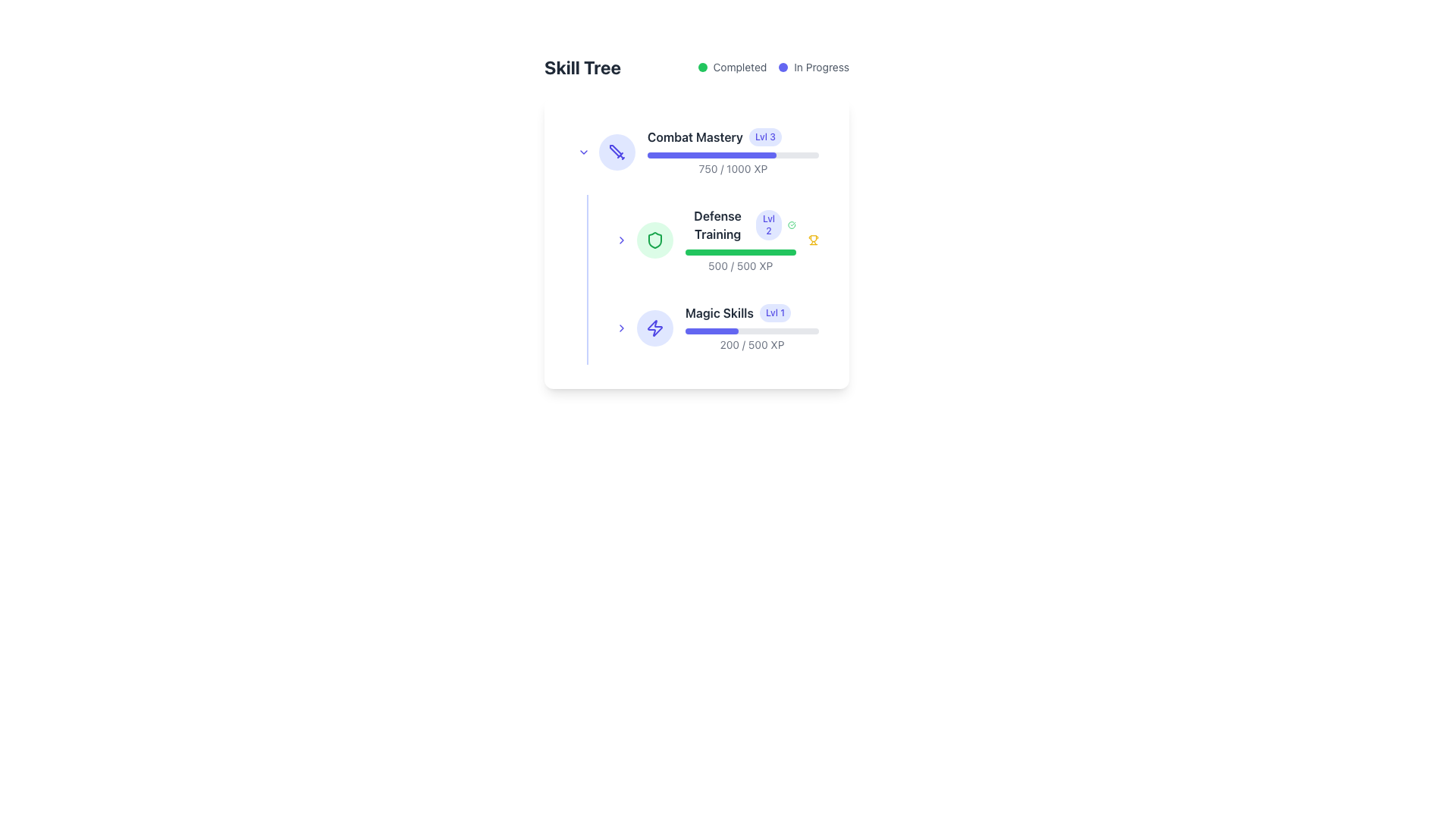 Image resolution: width=1456 pixels, height=819 pixels. What do you see at coordinates (739, 66) in the screenshot?
I see `the static text label in the top-right section of the interface` at bounding box center [739, 66].